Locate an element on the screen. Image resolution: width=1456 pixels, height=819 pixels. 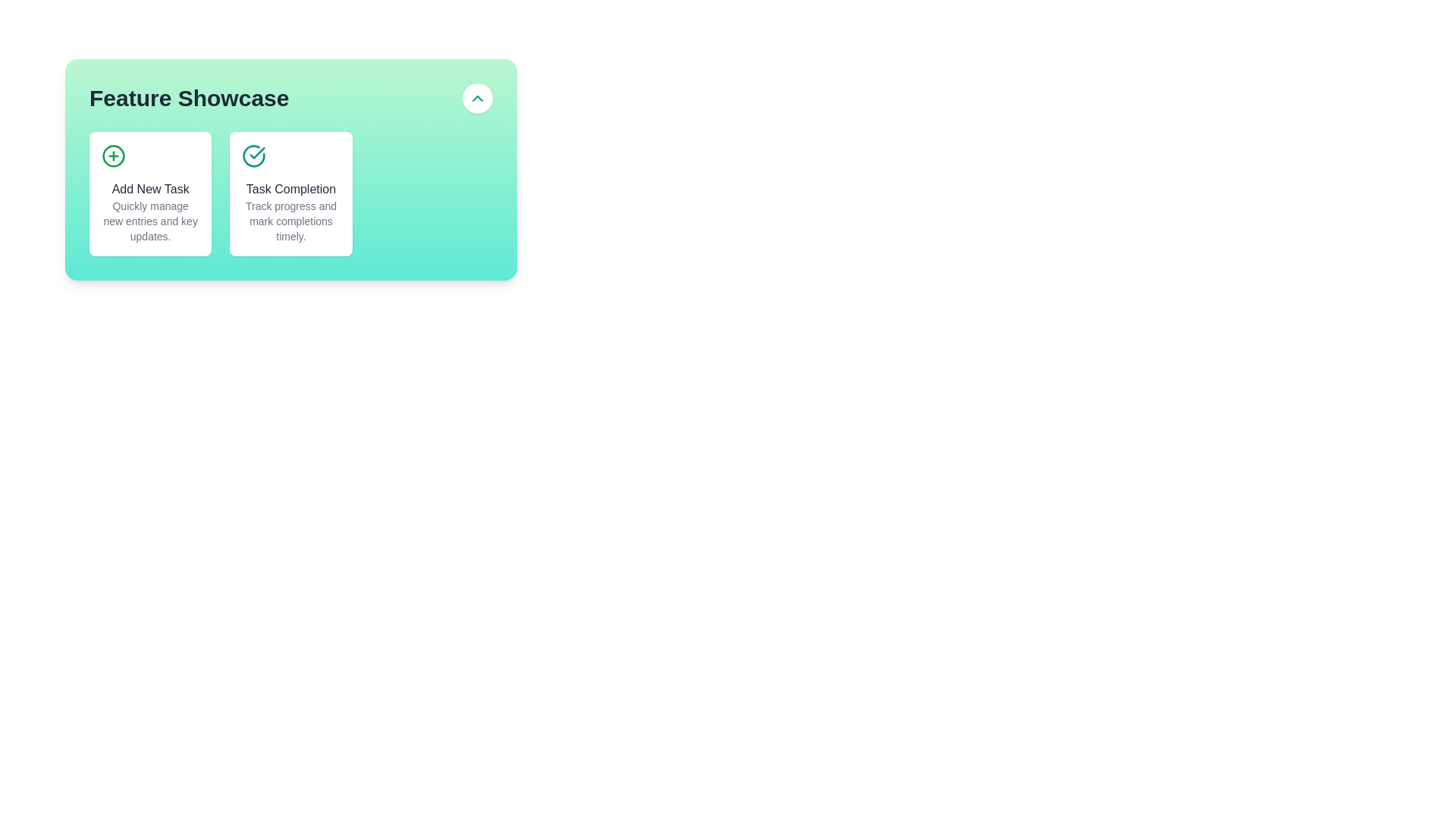
the 'Task Completion' text label, which is styled with a medium font and appears prominently in black within its box, located in the second card of the 'Feature Showcase' section is located at coordinates (291, 189).